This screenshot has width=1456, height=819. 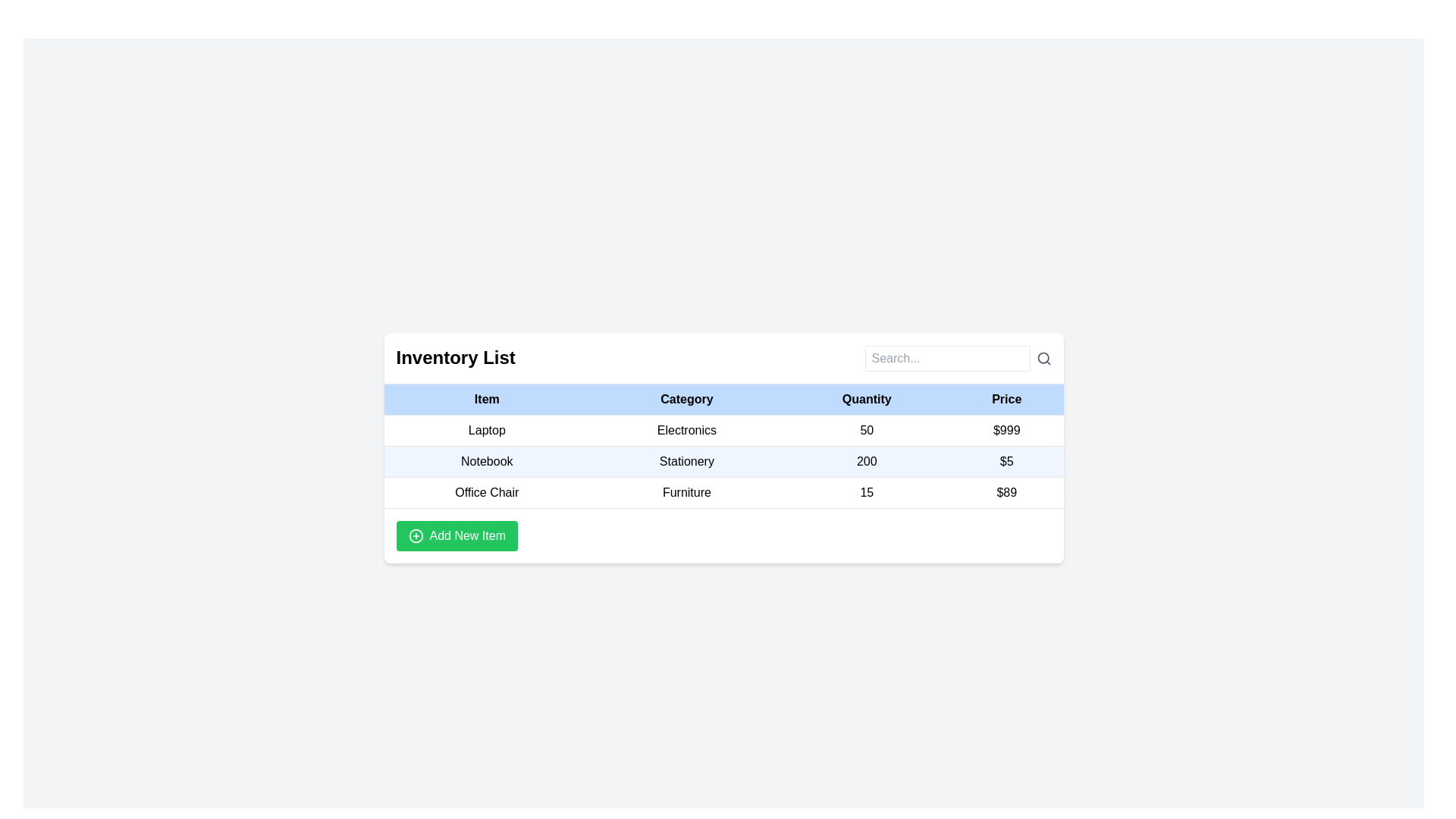 I want to click on the numeral '15' in the 'Quantity' column for the item 'Office Chair', which is displayed in black text on a white background, so click(x=867, y=492).